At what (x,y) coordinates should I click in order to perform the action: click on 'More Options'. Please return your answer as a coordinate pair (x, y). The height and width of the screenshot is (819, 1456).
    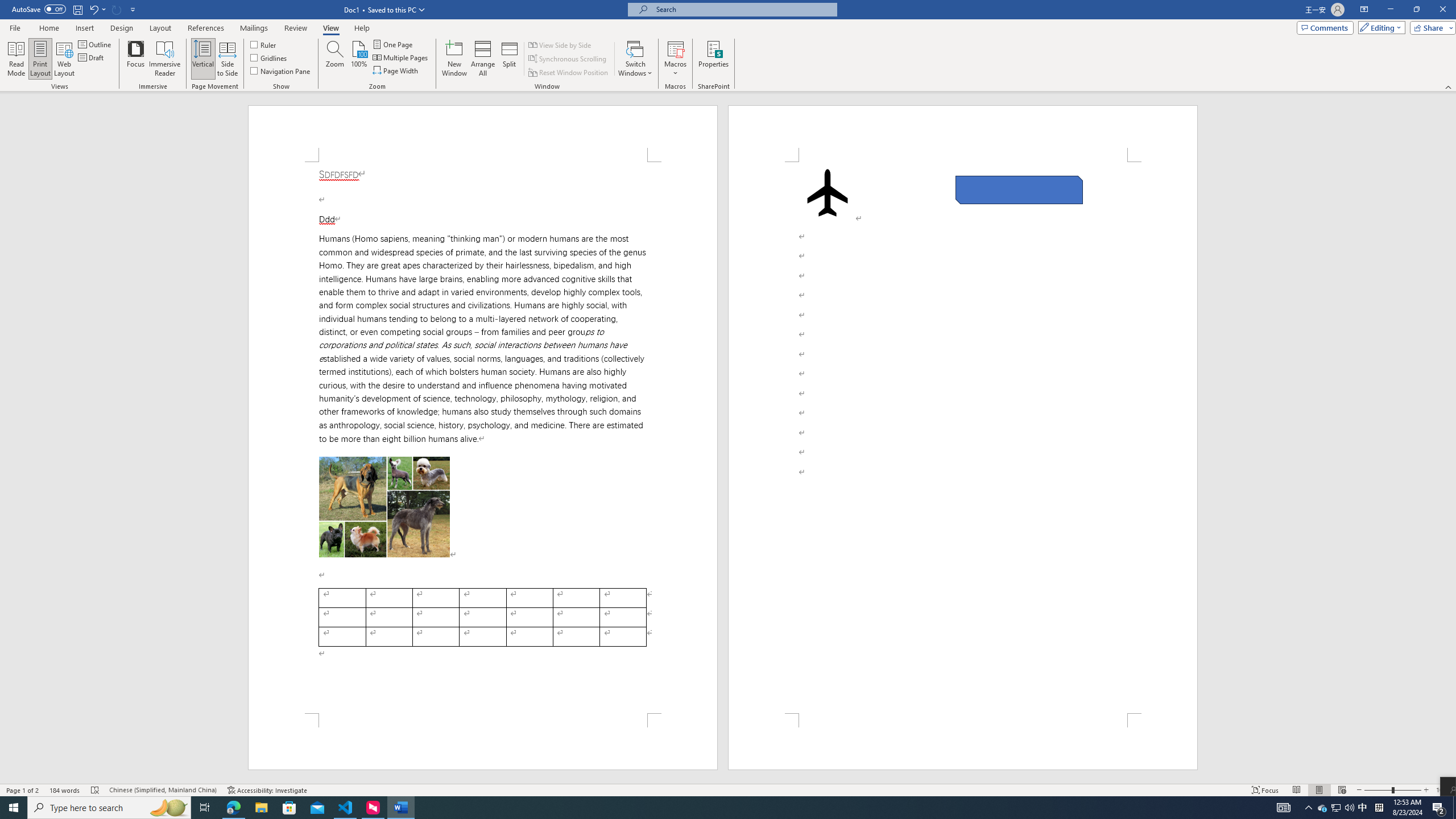
    Looking at the image, I should click on (675, 68).